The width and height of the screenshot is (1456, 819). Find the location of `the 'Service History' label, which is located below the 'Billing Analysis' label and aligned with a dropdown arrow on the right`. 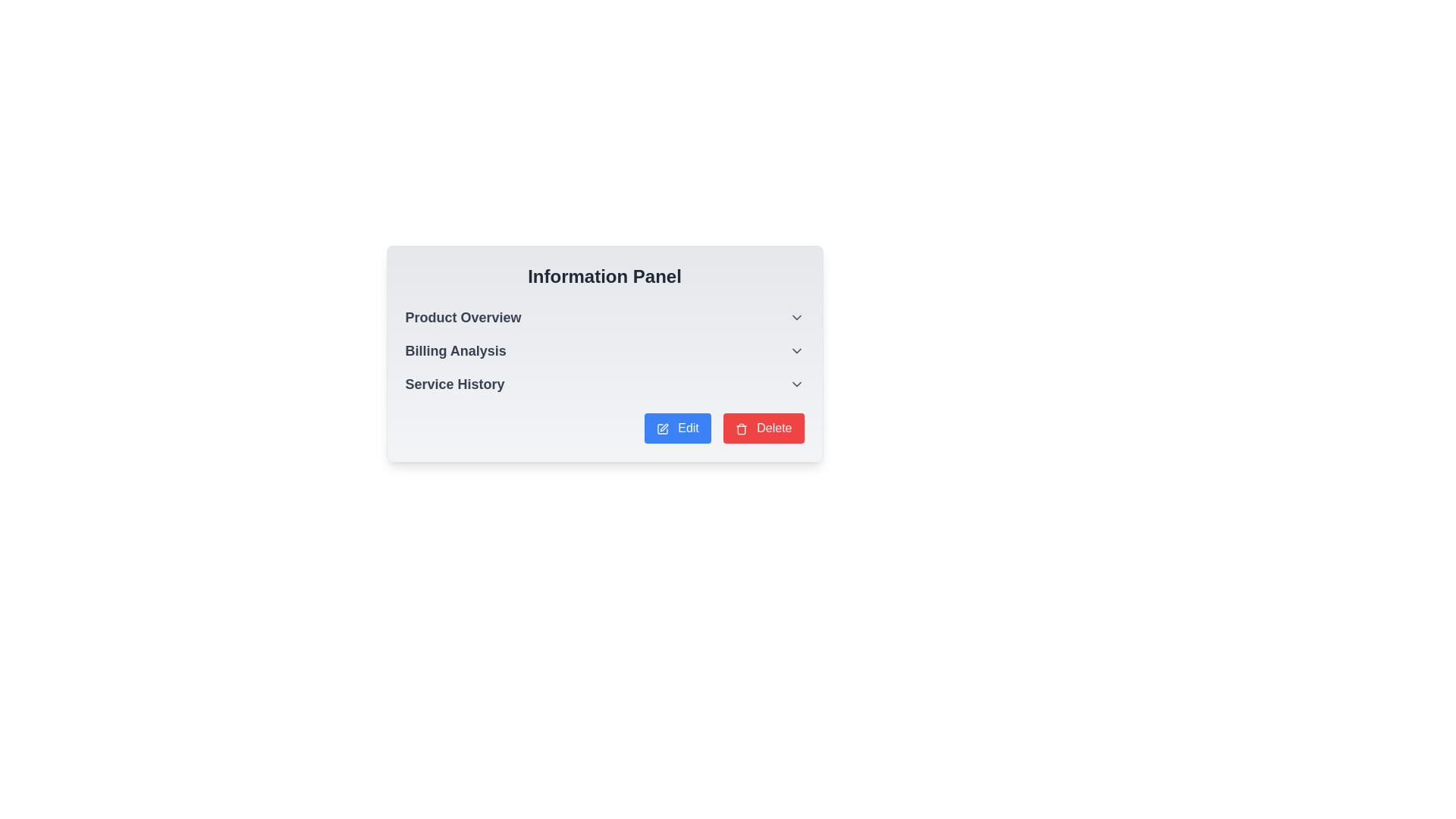

the 'Service History' label, which is located below the 'Billing Analysis' label and aligned with a dropdown arrow on the right is located at coordinates (454, 383).